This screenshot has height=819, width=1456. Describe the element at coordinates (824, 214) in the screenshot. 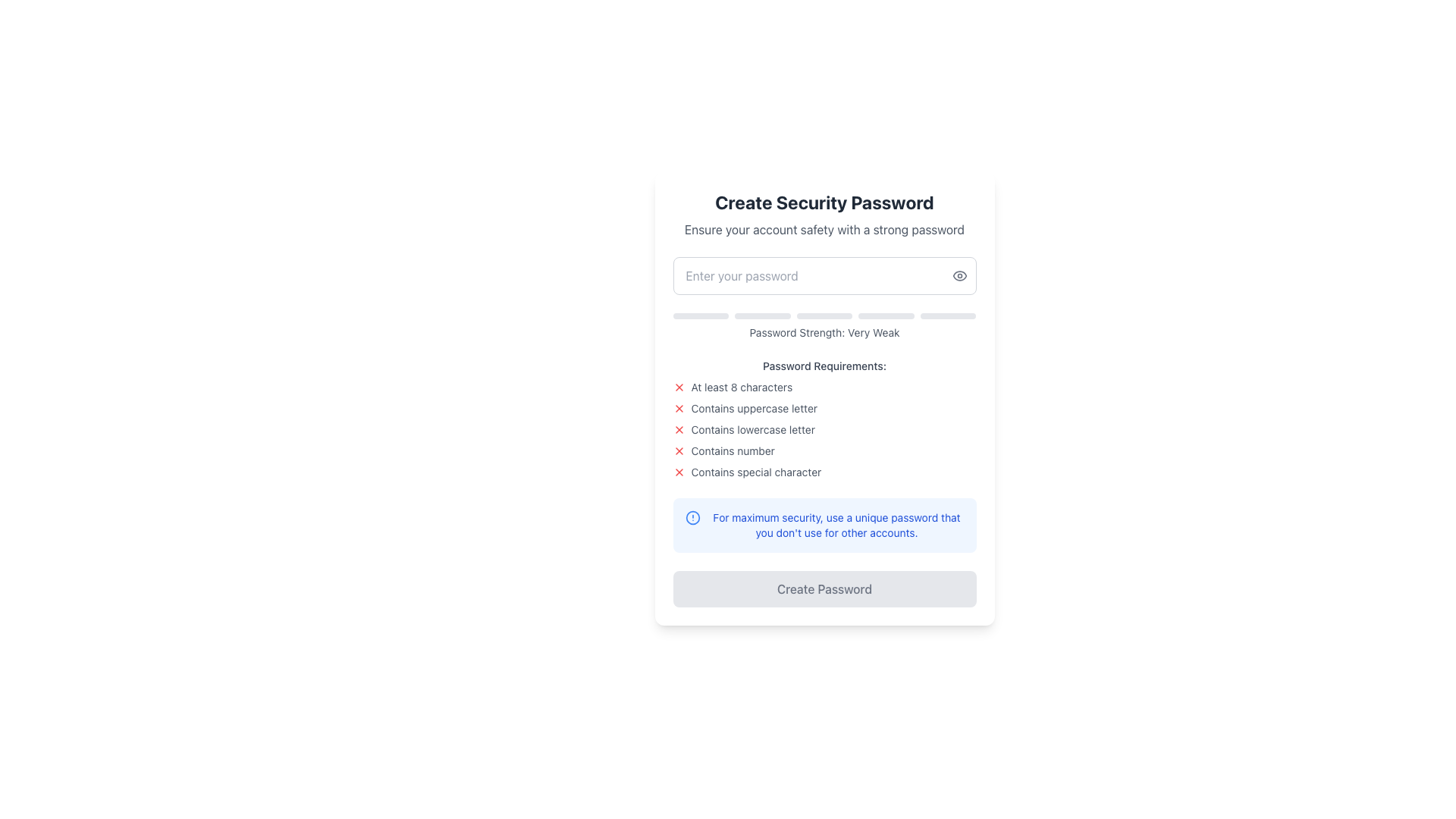

I see `the introductory header component that provides the title and brief description for creating a secure password` at that location.